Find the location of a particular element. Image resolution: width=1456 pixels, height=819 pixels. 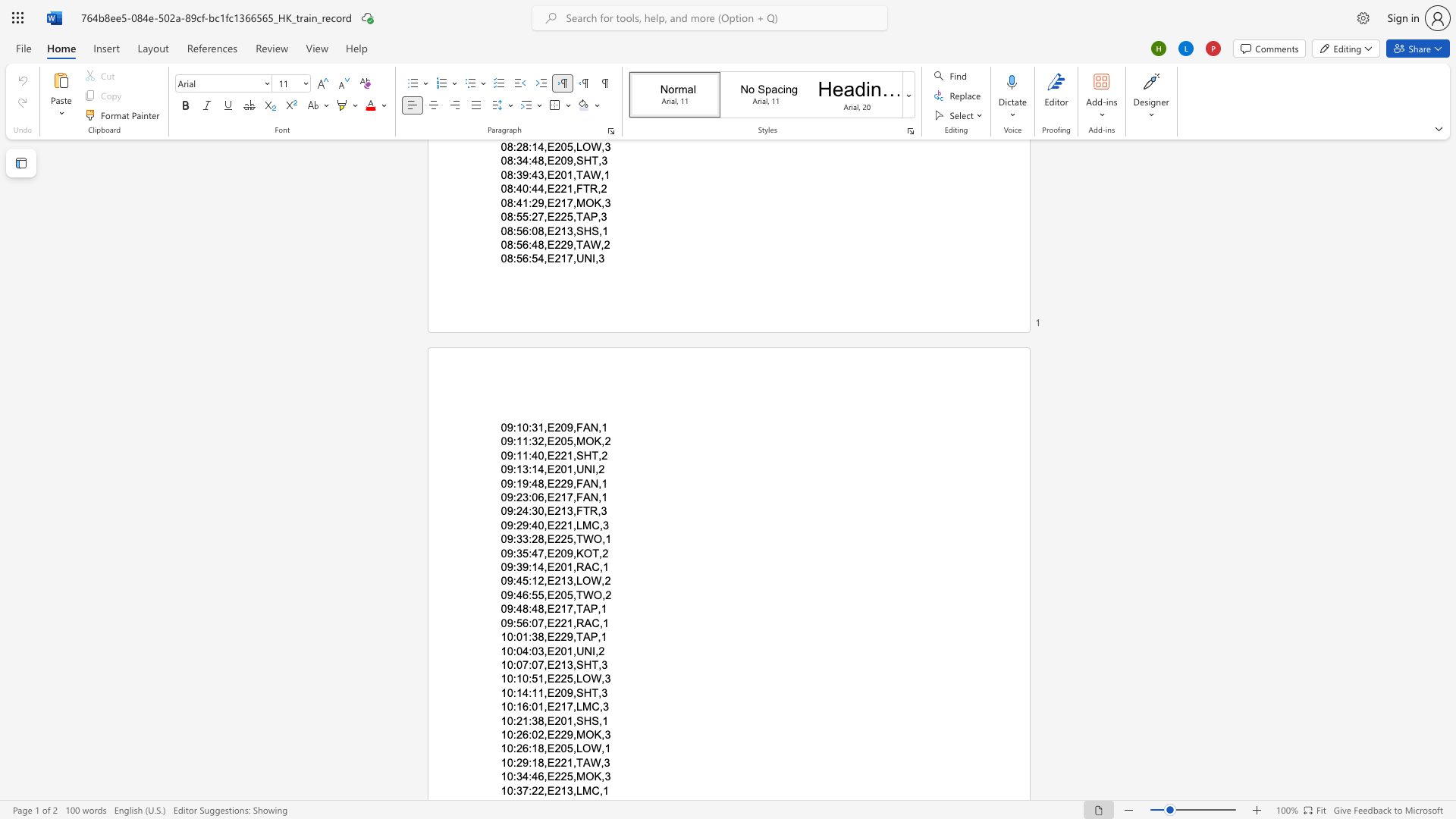

the subset text "4,E201," within the text "09:39:14,E201,RAC,1" is located at coordinates (538, 567).